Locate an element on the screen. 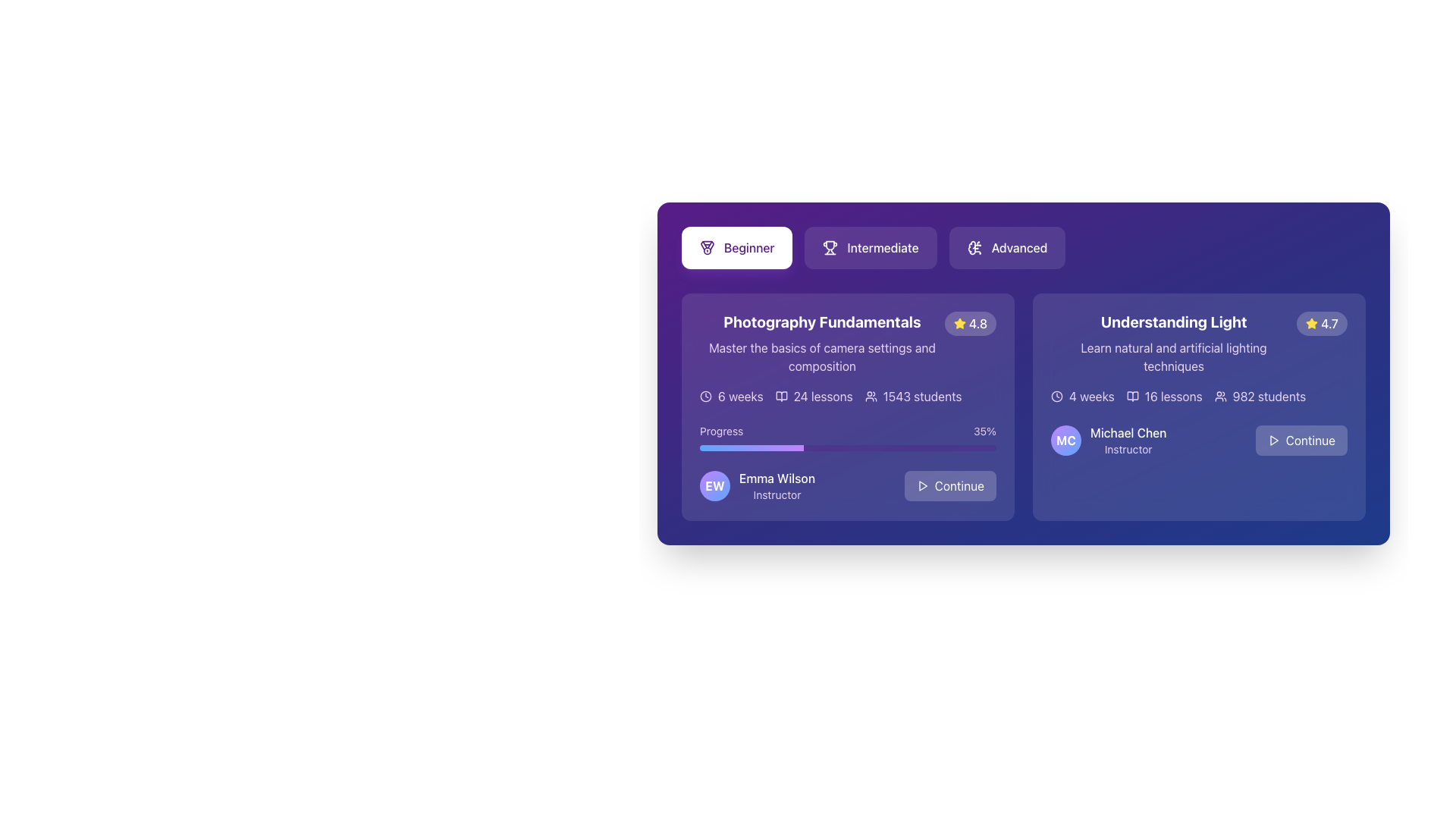 The width and height of the screenshot is (1456, 819). the Content Header with Rating Badge that includes the heading 'Photography Fundamentals' and its rating badge displaying '4.8' is located at coordinates (847, 343).